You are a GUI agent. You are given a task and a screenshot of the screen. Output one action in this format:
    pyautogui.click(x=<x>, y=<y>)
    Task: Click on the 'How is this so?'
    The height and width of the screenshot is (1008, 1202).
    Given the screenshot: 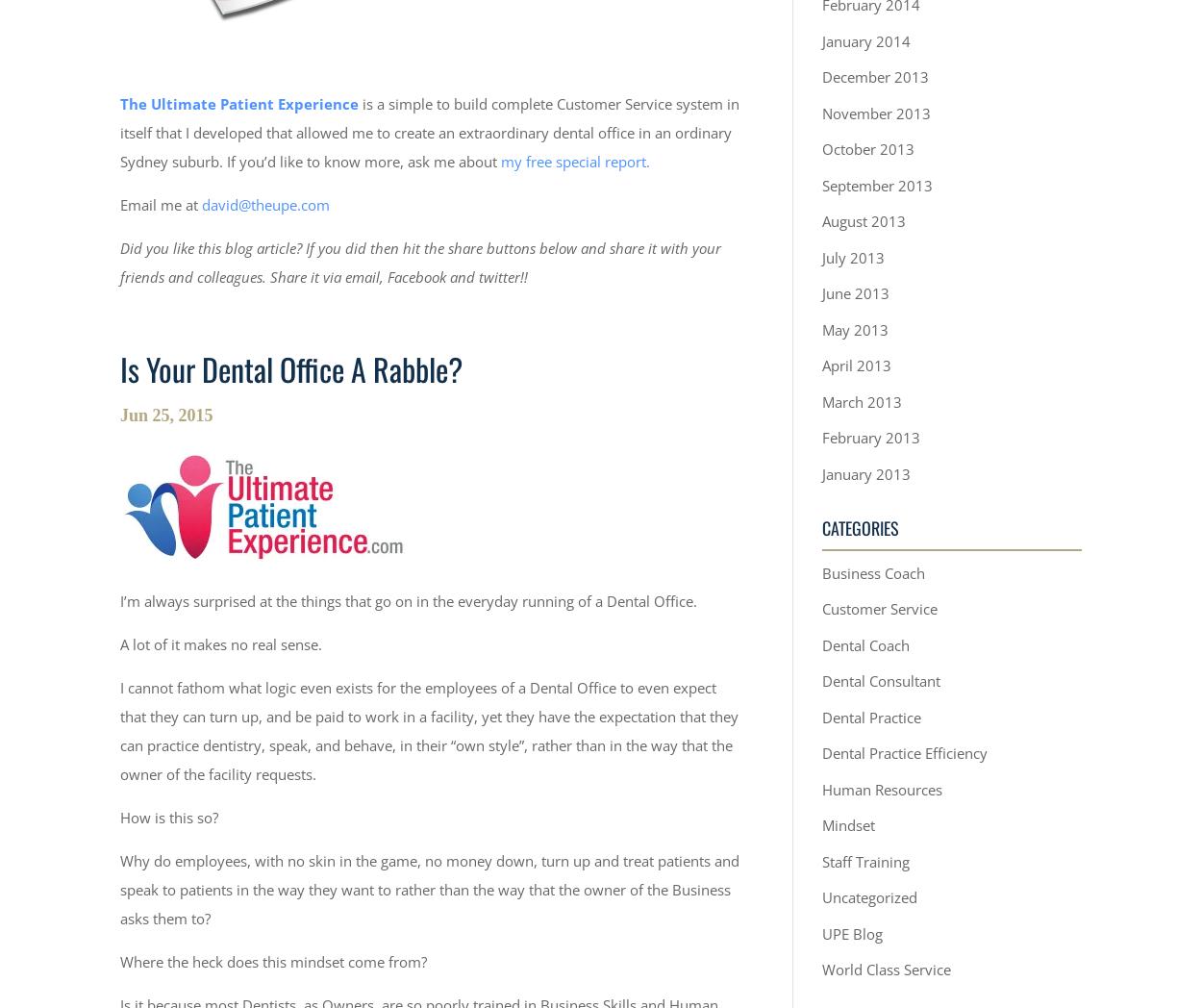 What is the action you would take?
    pyautogui.click(x=120, y=818)
    